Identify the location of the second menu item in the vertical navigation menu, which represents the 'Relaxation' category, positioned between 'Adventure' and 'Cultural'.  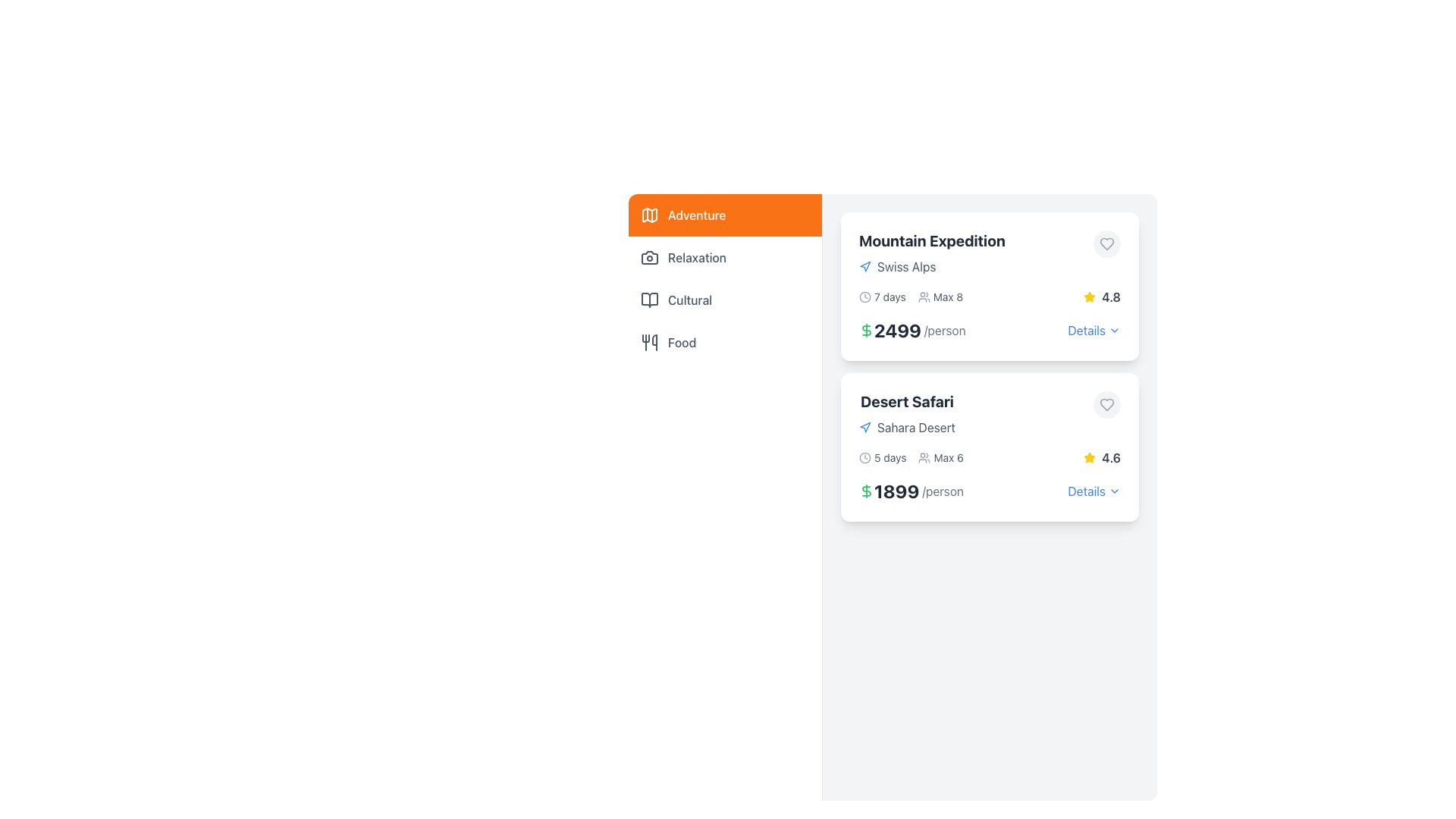
(724, 256).